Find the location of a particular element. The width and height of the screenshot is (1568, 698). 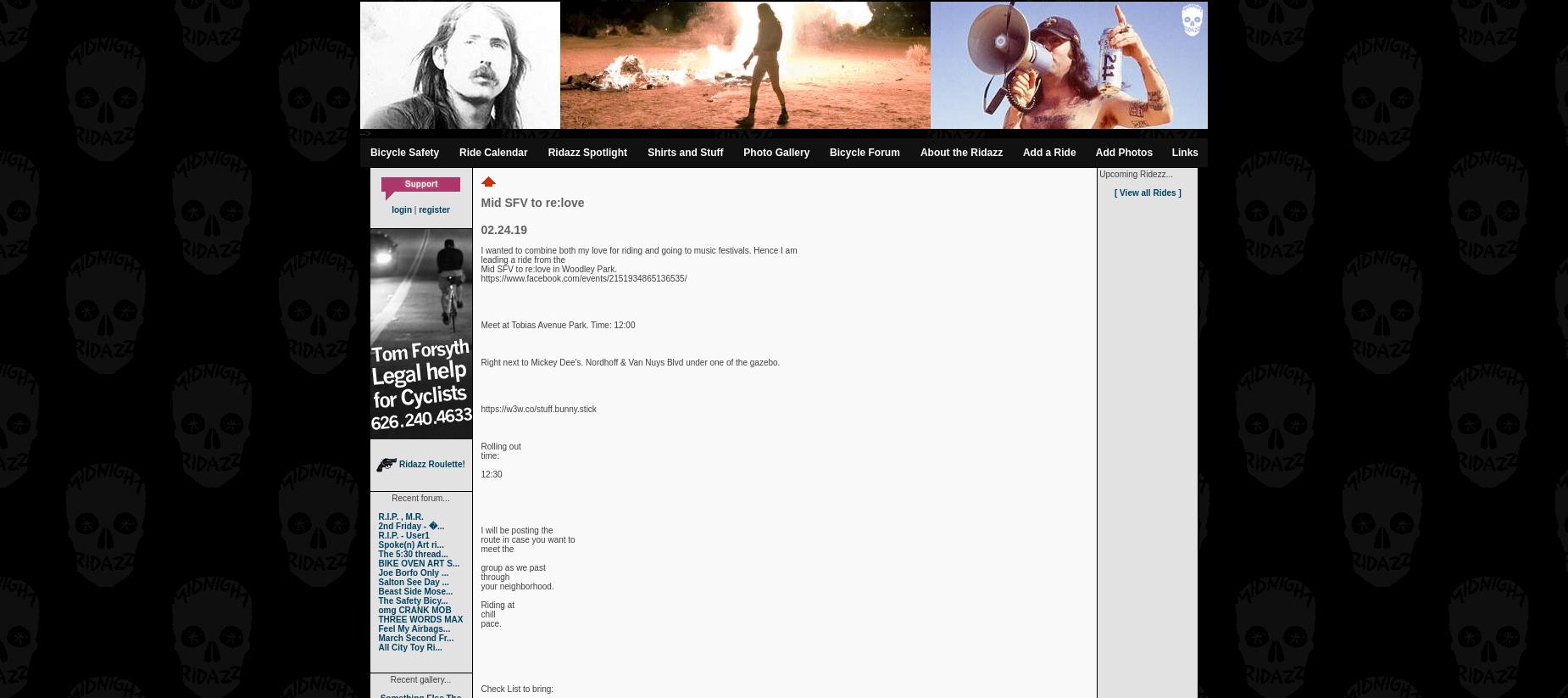

'time:' is located at coordinates (489, 455).